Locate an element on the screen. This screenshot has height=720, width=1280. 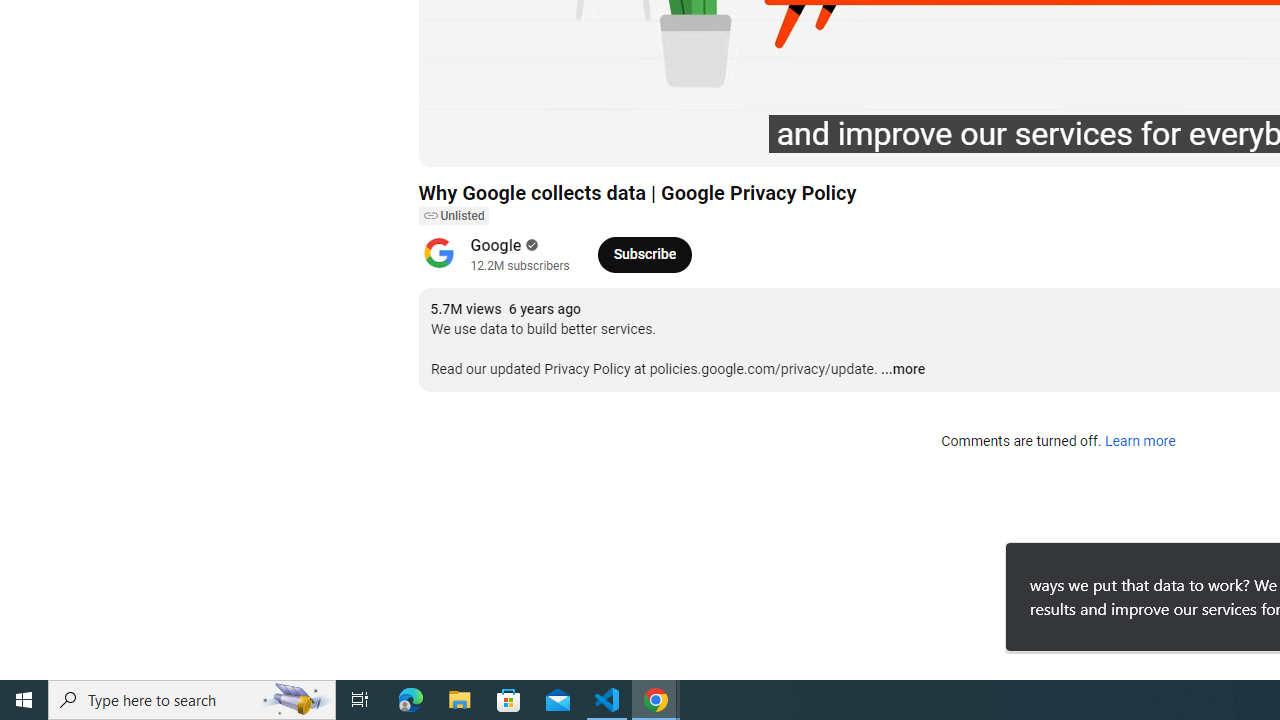
'Verified' is located at coordinates (530, 244).